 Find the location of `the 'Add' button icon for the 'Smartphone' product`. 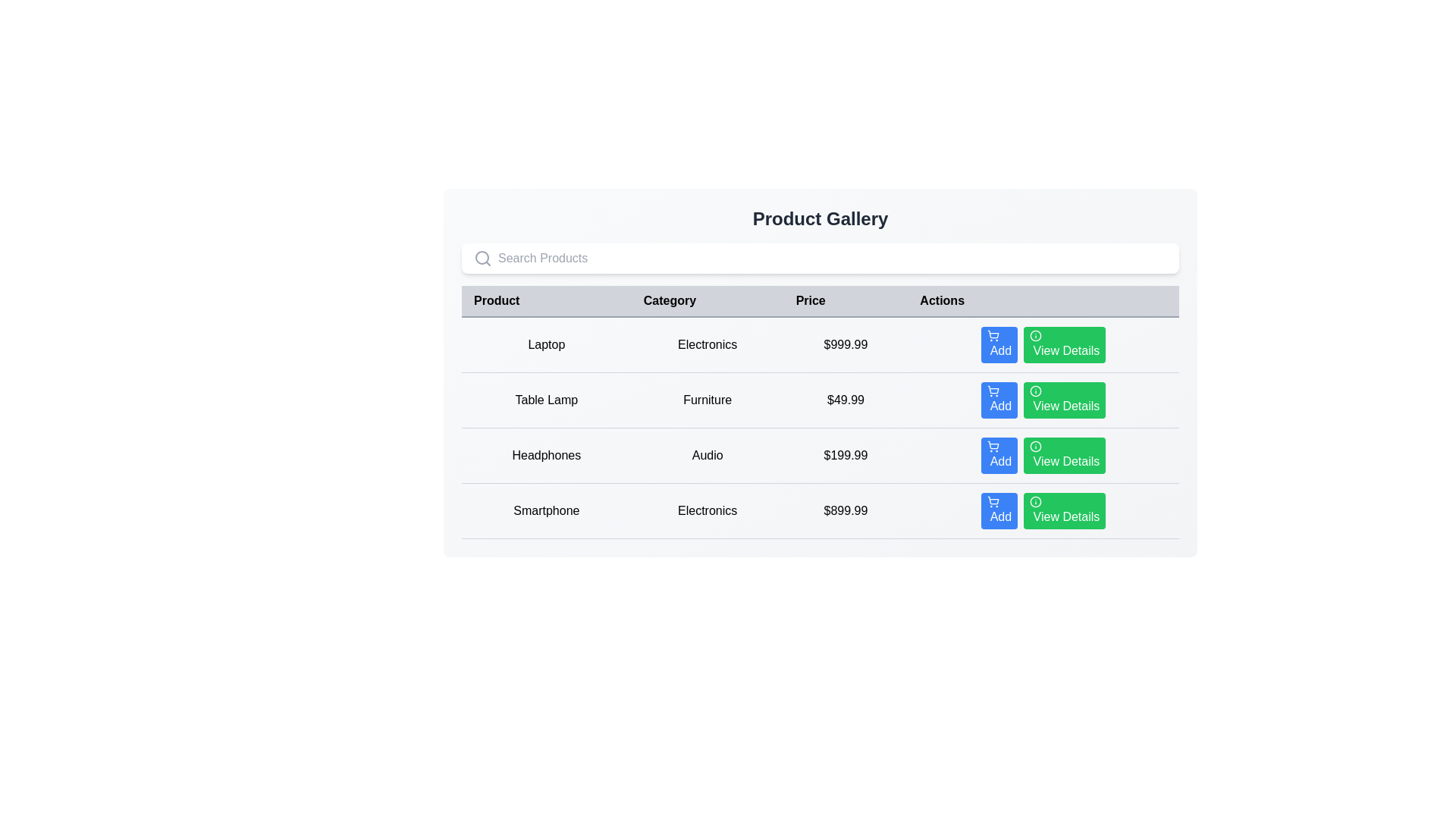

the 'Add' button icon for the 'Smartphone' product is located at coordinates (993, 502).